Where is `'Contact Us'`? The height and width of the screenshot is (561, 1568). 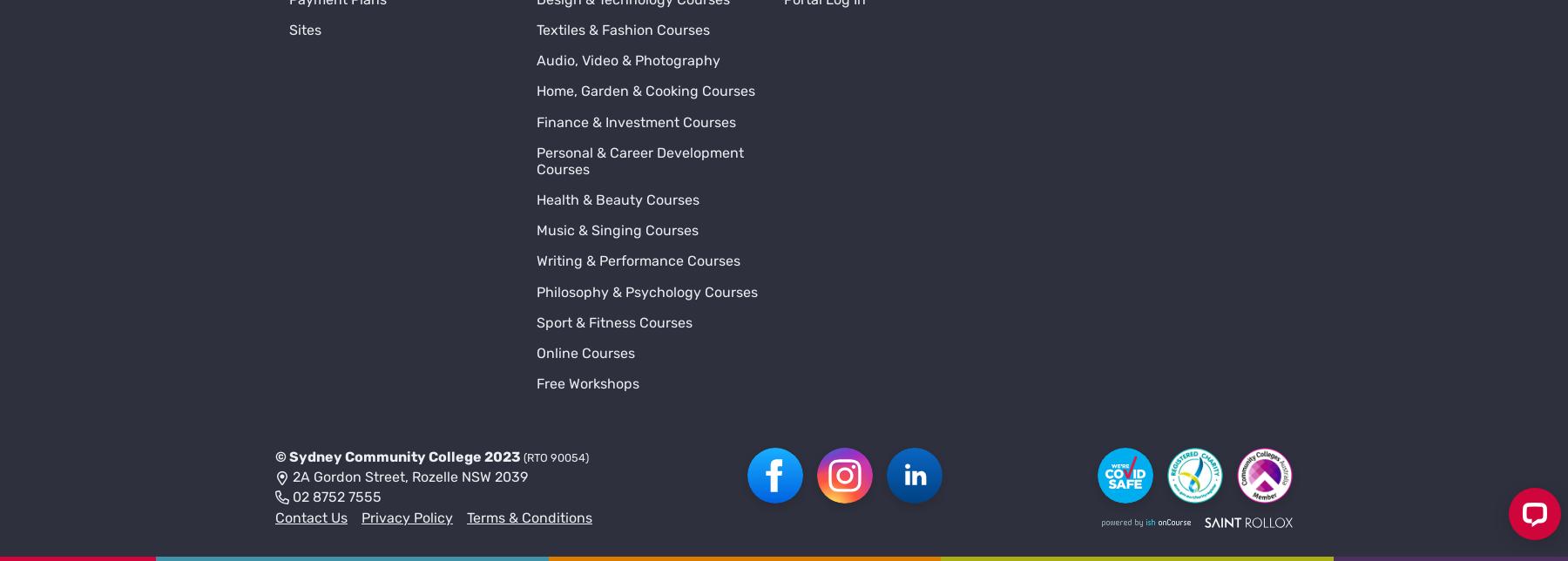 'Contact Us' is located at coordinates (274, 273).